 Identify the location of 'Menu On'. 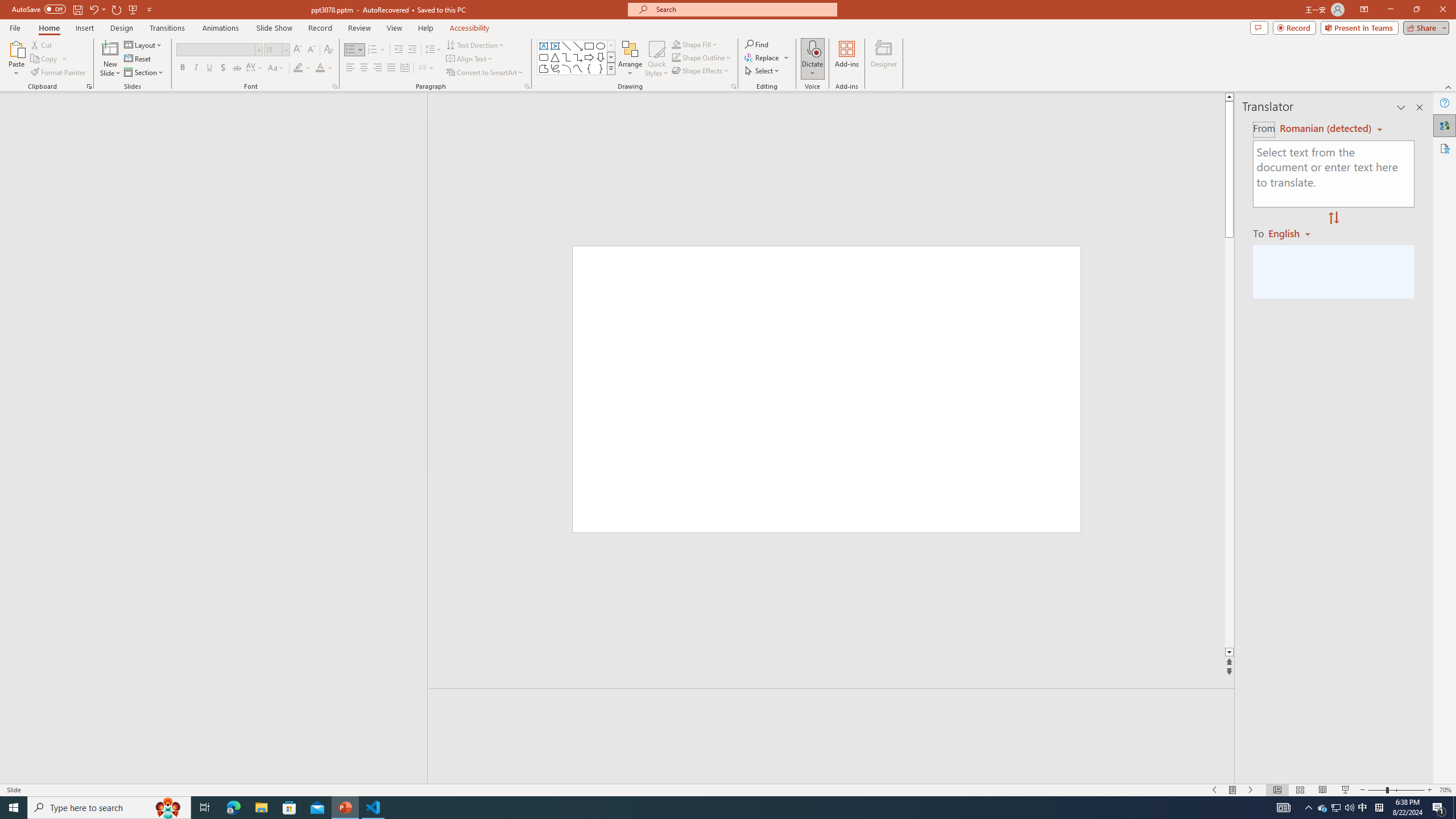
(1233, 790).